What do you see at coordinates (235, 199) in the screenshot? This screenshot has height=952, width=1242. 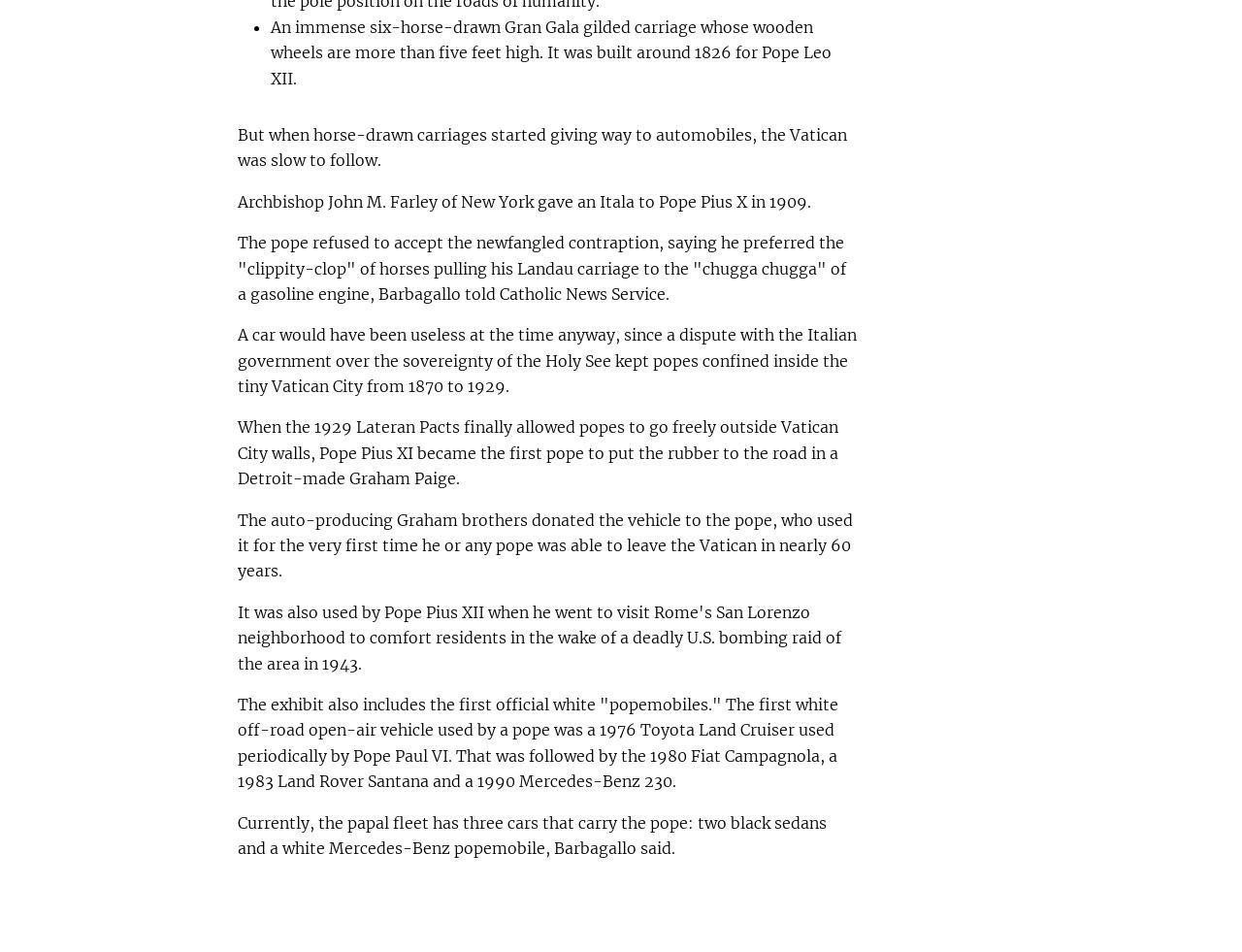 I see `'Archbishop John M. Farley of New York gave an Itala to Pope Pius X in 1909.'` at bounding box center [235, 199].